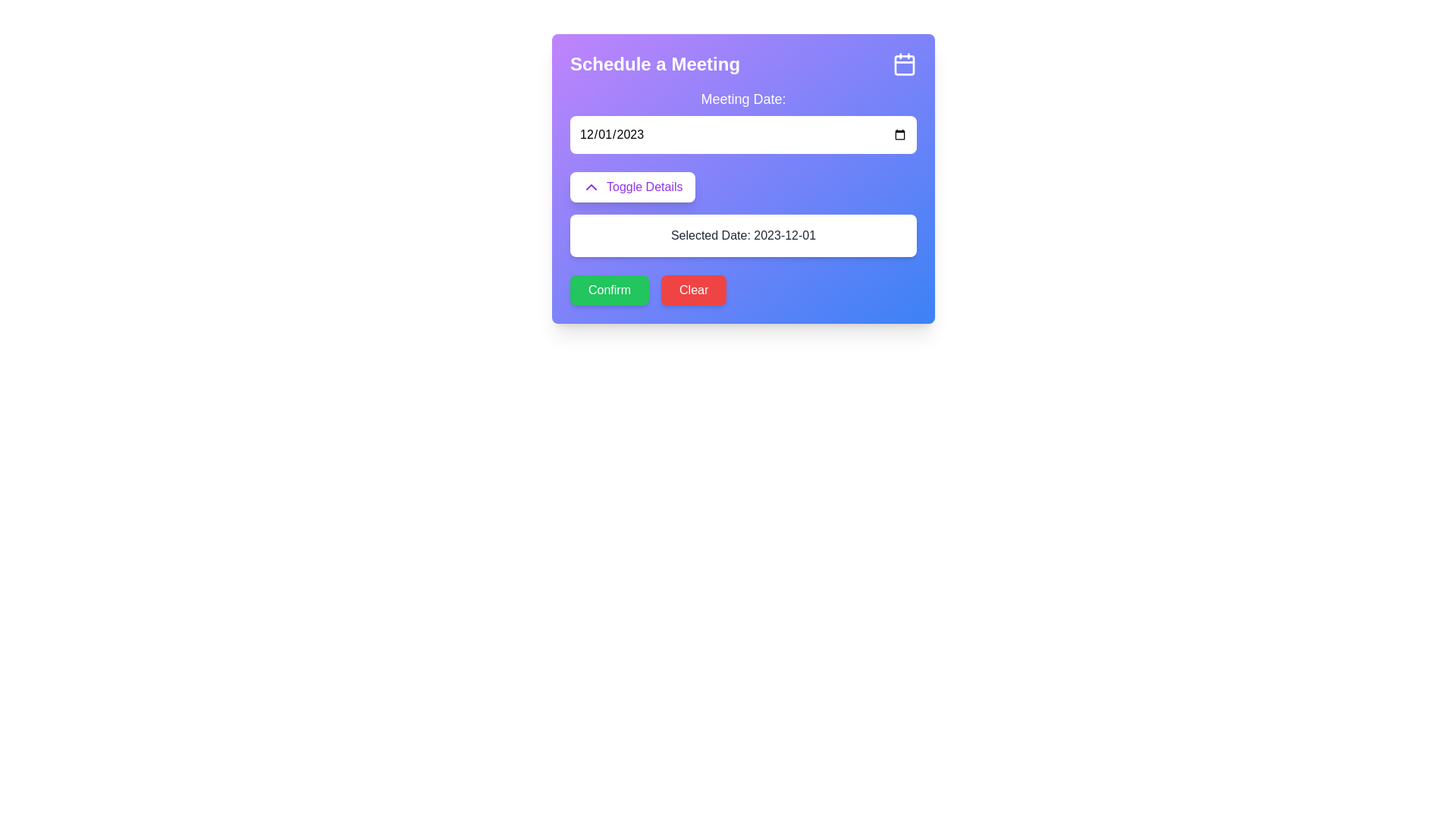 The height and width of the screenshot is (819, 1456). Describe the element at coordinates (905, 64) in the screenshot. I see `the Decorative Background Component of the calendar icon located at the top-right corner of the 'Schedule a Meeting' modal dialogue box` at that location.